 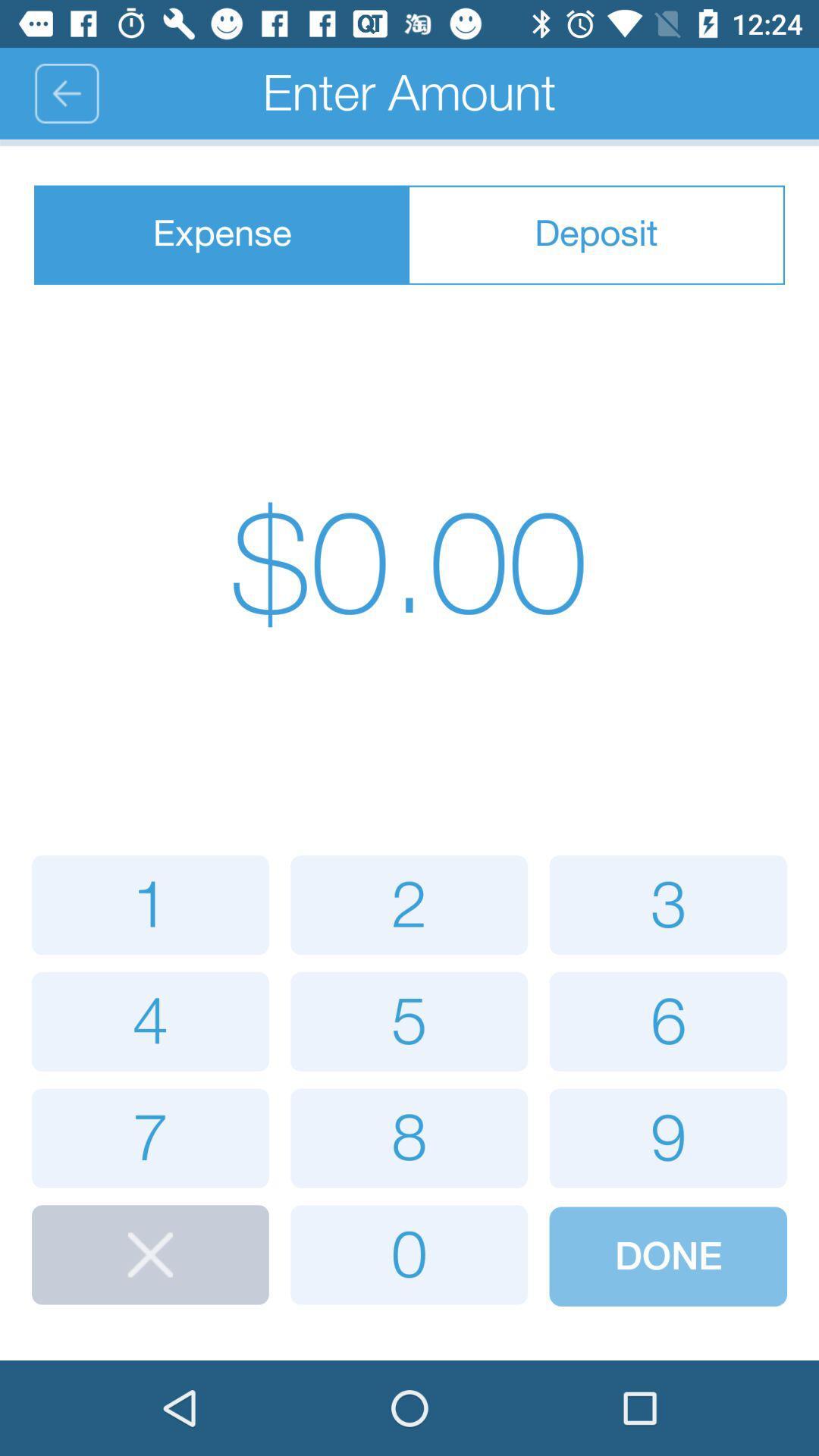 I want to click on 5 number below enter amount, so click(x=408, y=1021).